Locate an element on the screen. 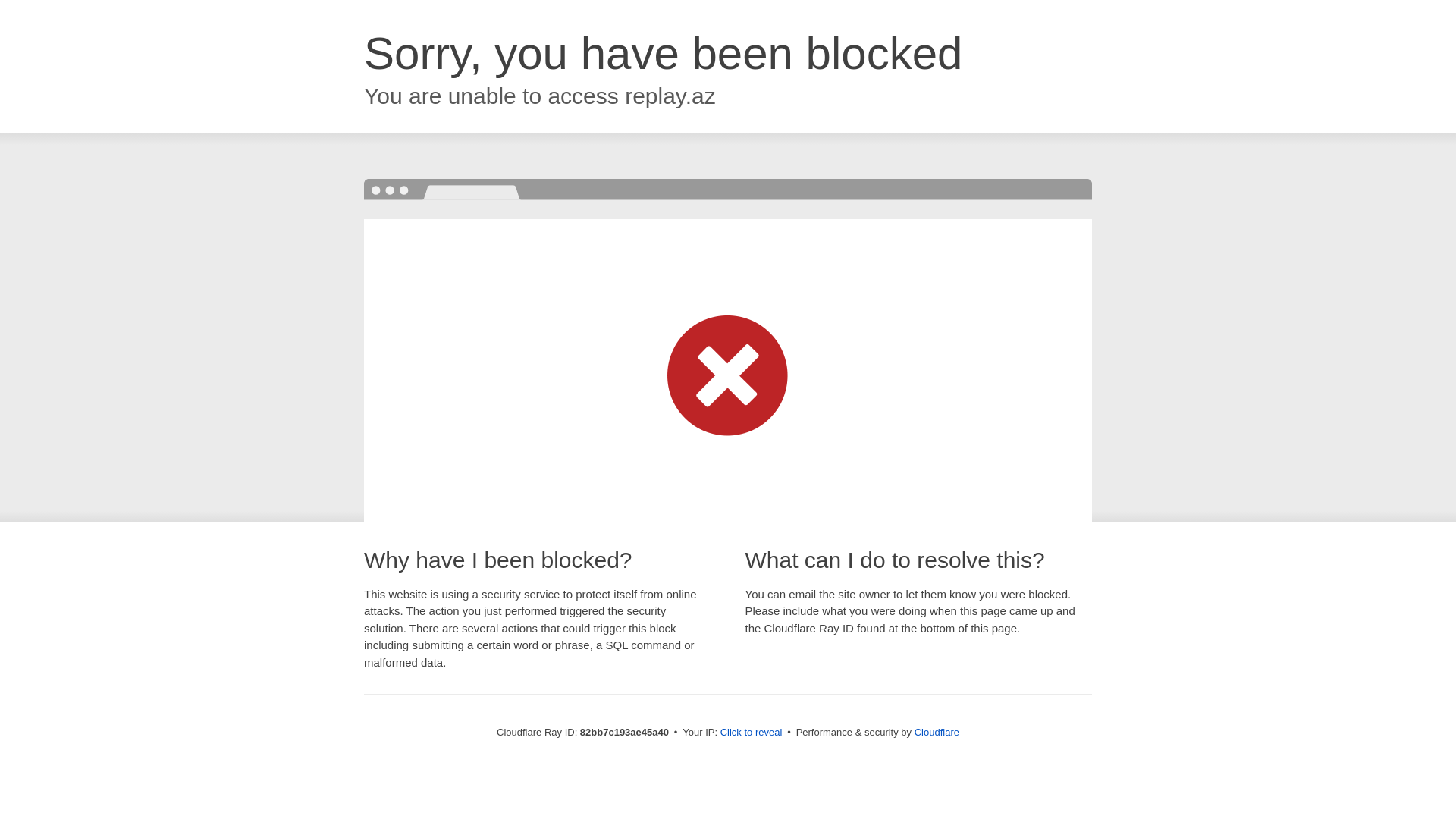 Image resolution: width=1456 pixels, height=819 pixels. 'Click to reveal' is located at coordinates (751, 731).